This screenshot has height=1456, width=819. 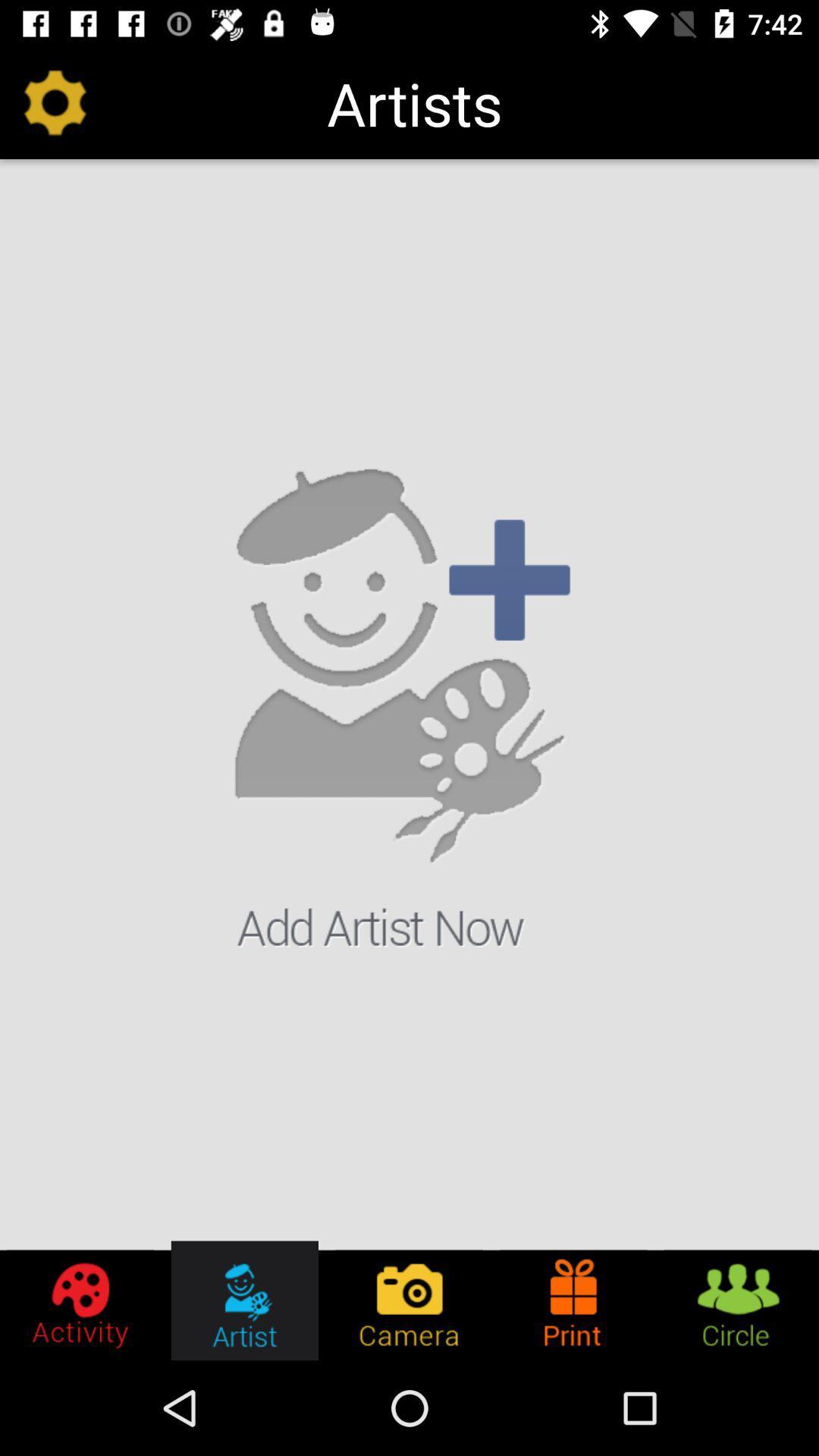 What do you see at coordinates (55, 102) in the screenshot?
I see `icon next to the artists icon` at bounding box center [55, 102].